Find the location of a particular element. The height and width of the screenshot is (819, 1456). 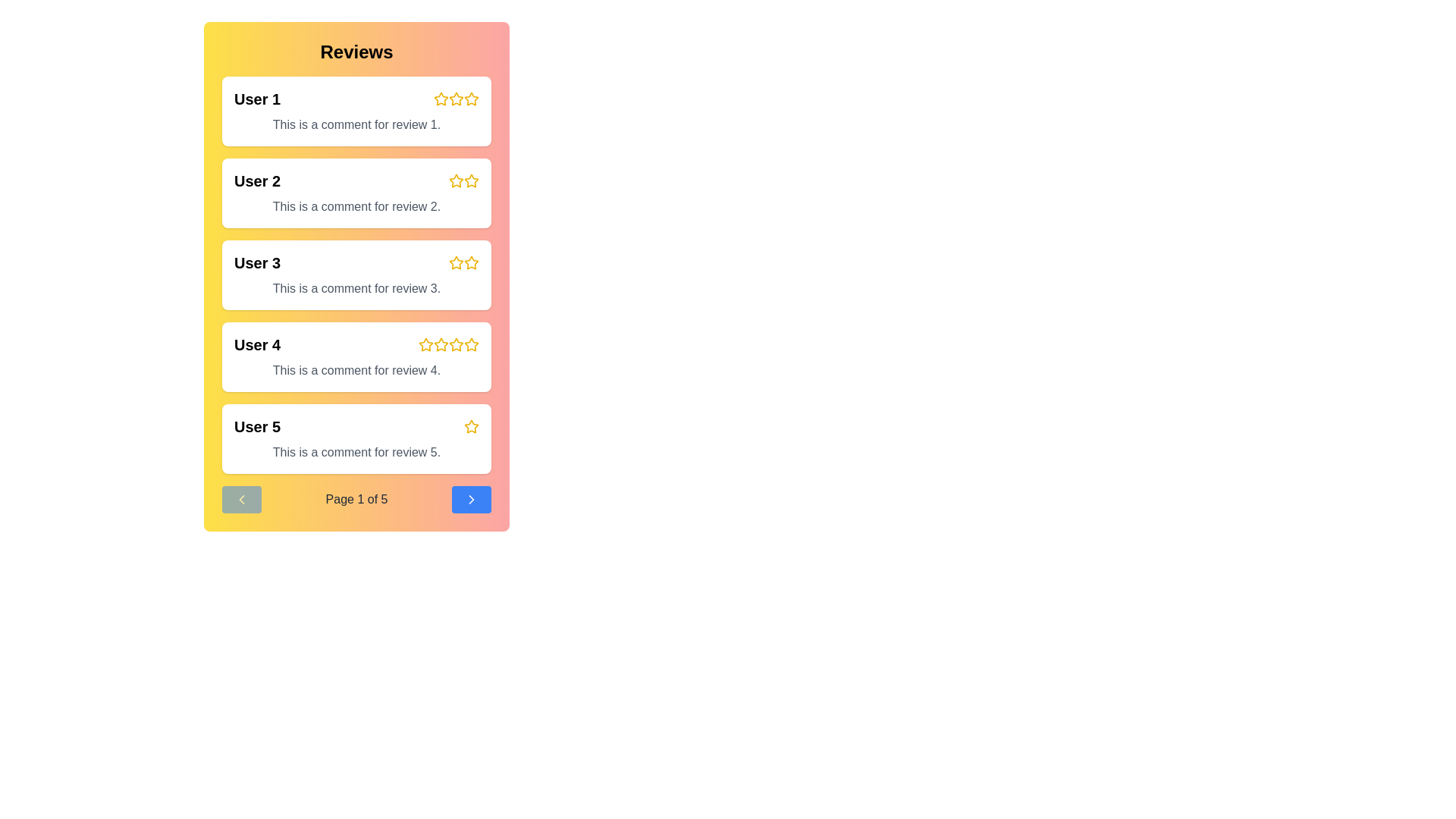

the text label identifying the author of the second review is located at coordinates (257, 180).